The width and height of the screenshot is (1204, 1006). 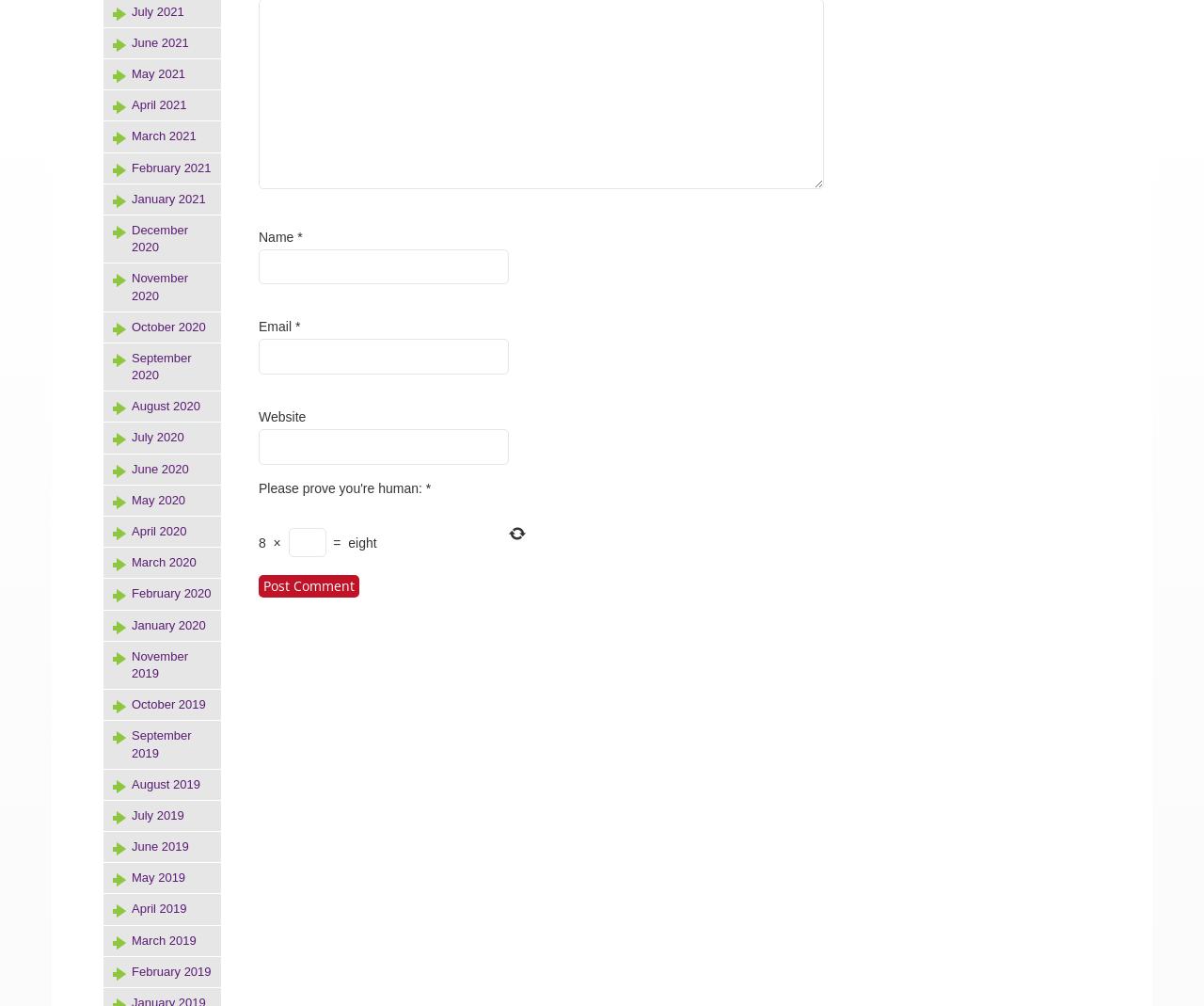 I want to click on 'June 2021', so click(x=159, y=40).